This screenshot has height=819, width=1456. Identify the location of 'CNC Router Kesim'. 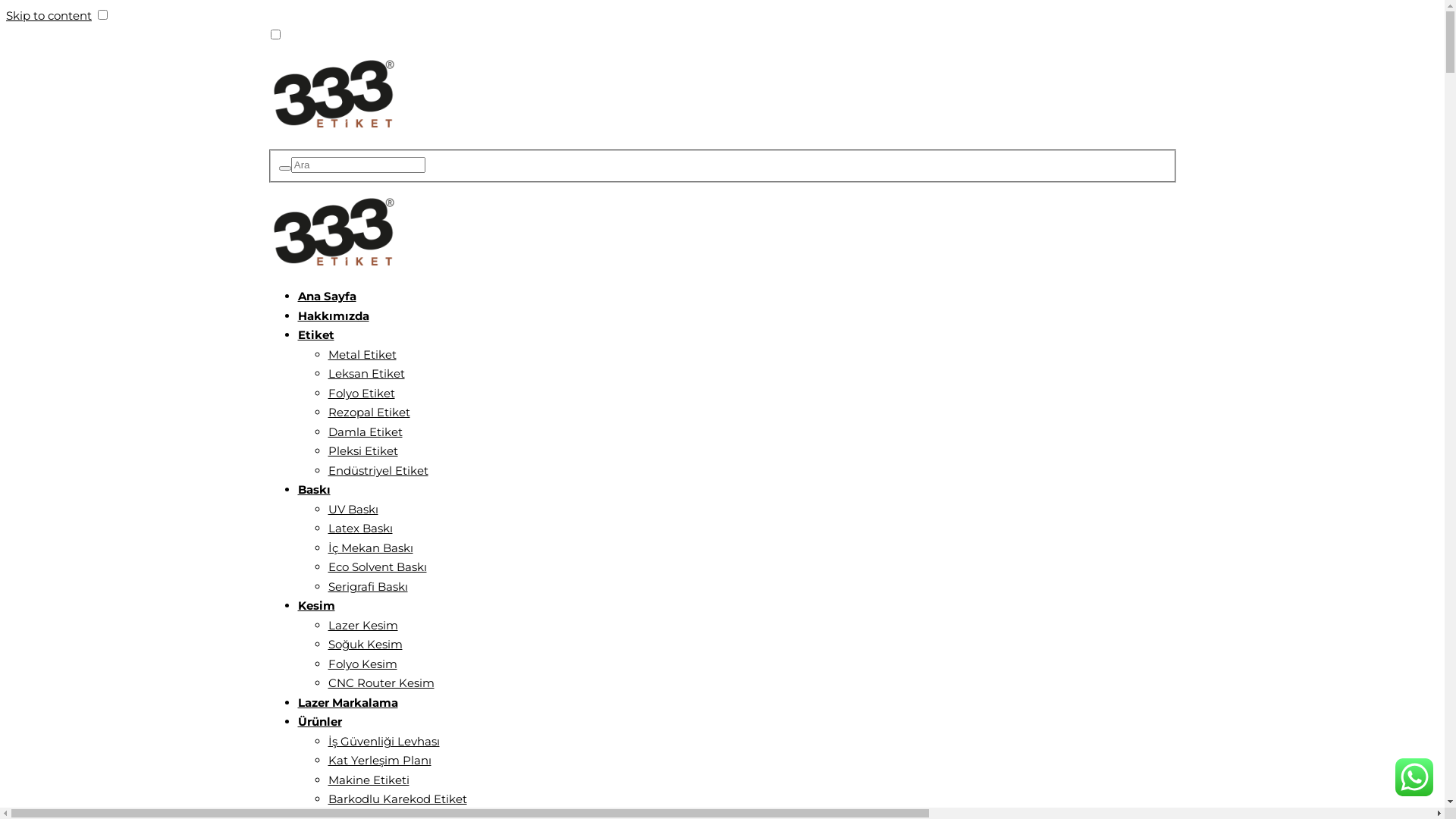
(381, 682).